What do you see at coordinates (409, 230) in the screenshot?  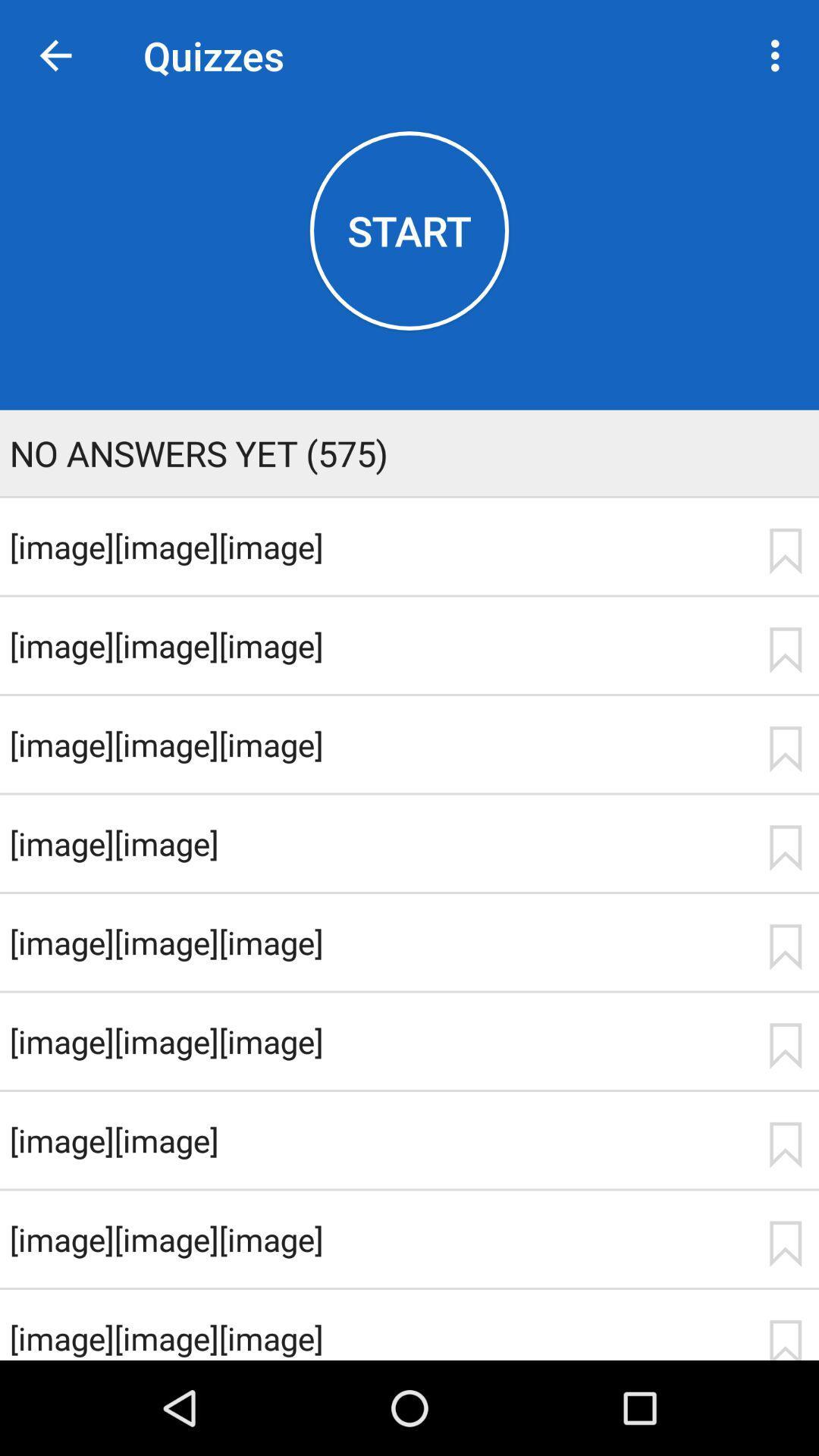 I see `start icon` at bounding box center [409, 230].